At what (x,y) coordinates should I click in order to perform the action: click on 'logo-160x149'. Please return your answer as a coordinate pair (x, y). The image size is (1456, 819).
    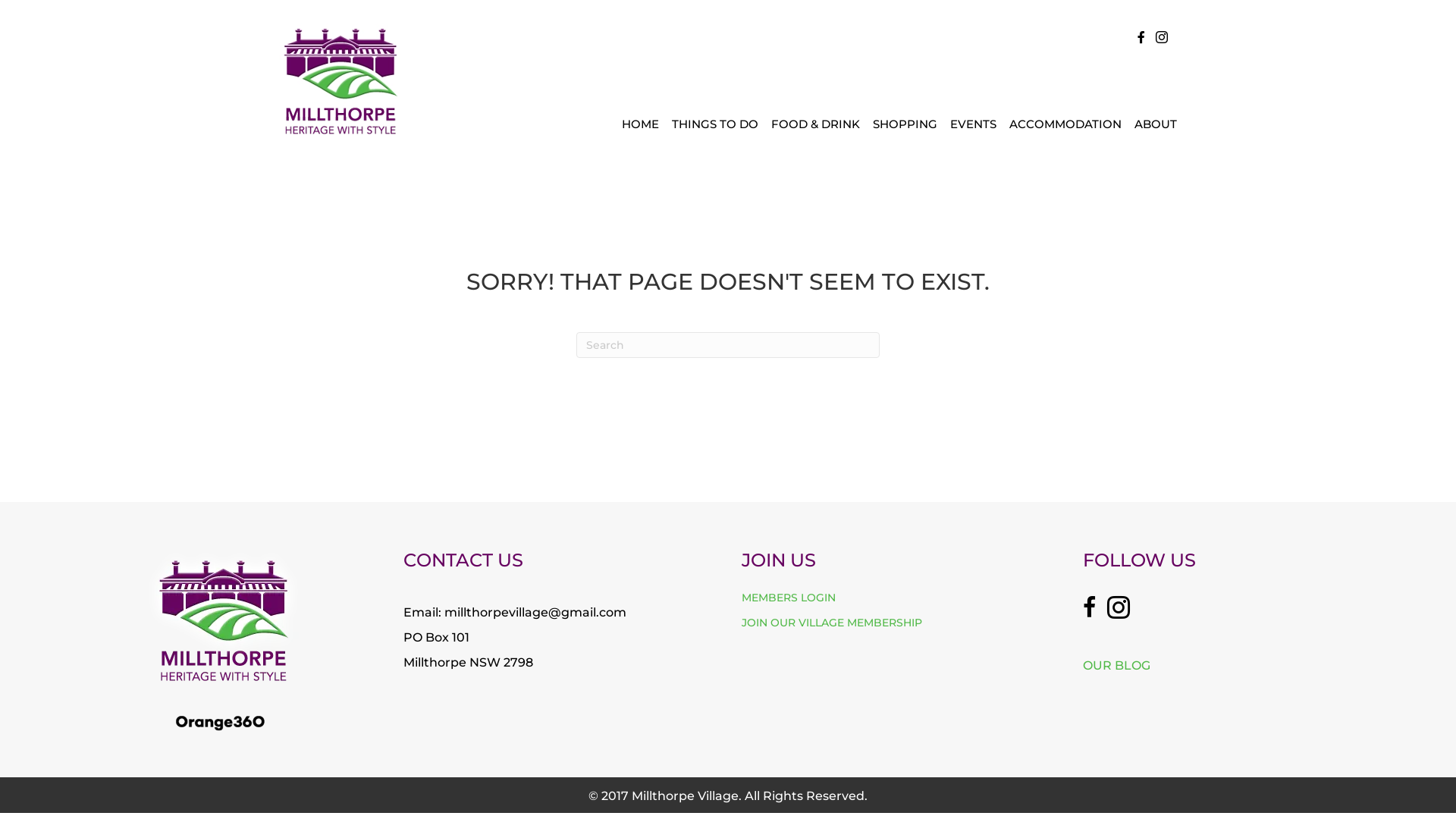
    Looking at the image, I should click on (338, 80).